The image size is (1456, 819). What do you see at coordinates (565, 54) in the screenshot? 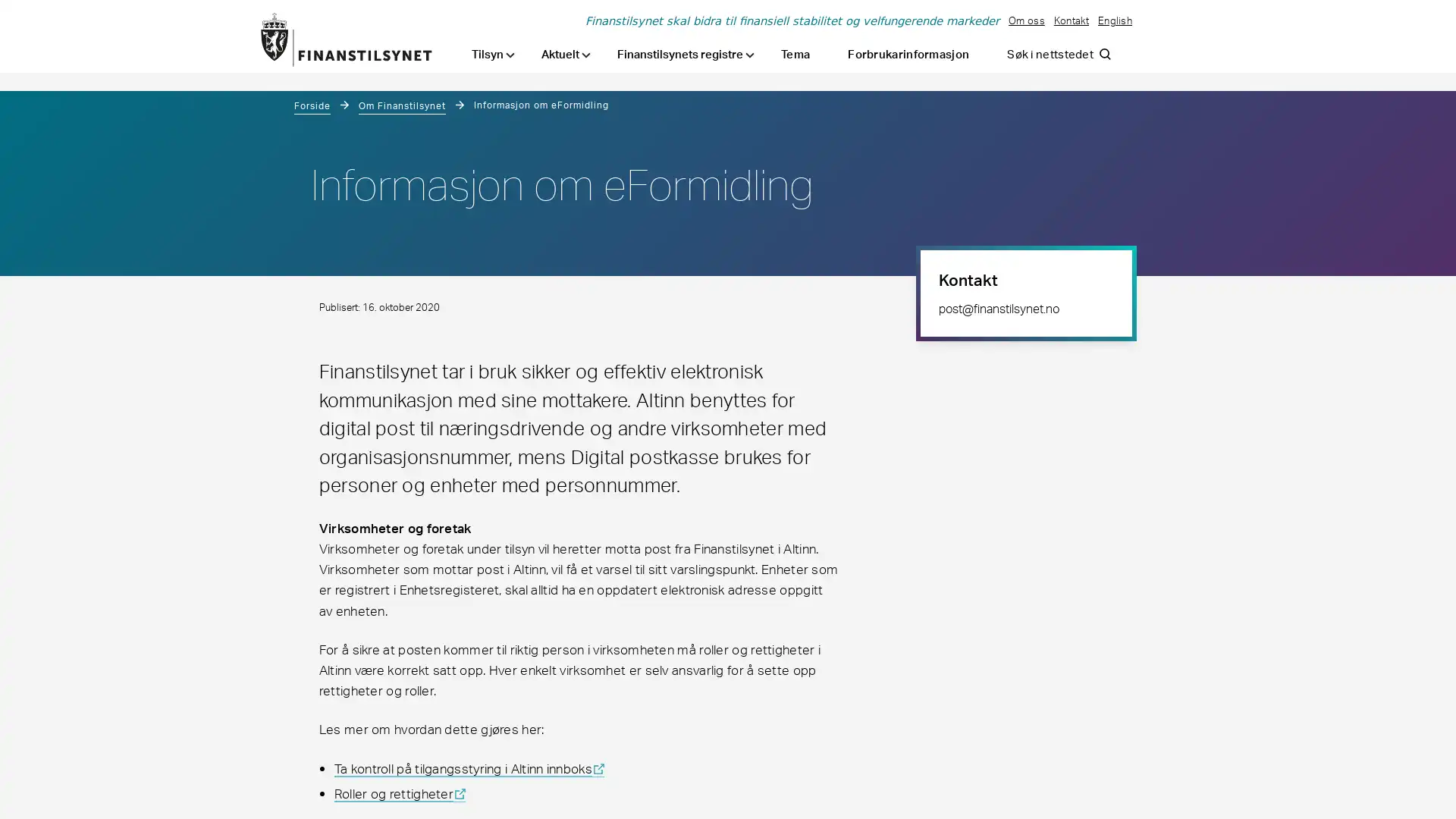
I see `Aktuelt Aktuelt` at bounding box center [565, 54].